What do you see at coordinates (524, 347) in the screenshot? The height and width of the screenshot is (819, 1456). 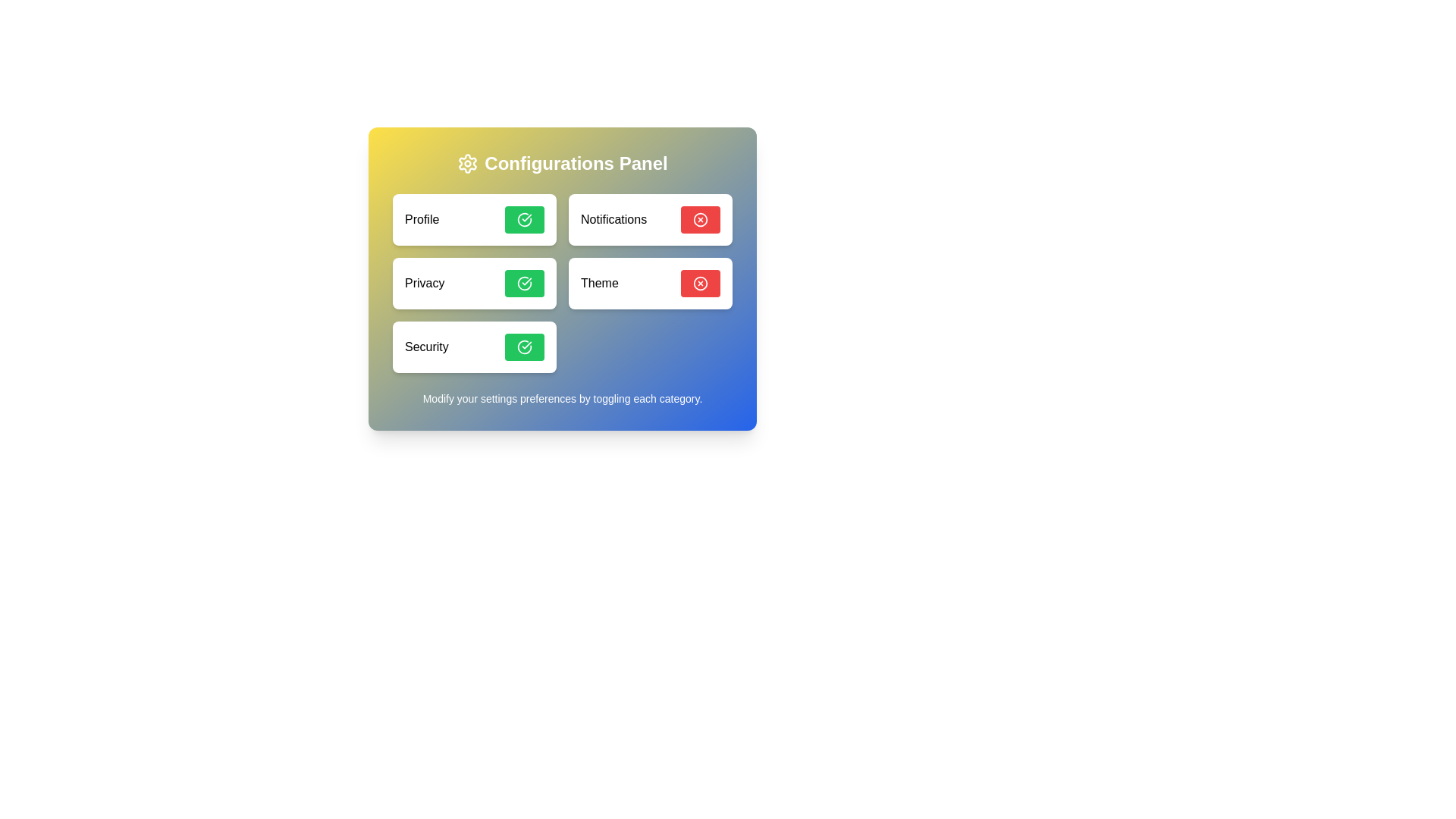 I see `the 'Security' toggle button located in the settings panel` at bounding box center [524, 347].